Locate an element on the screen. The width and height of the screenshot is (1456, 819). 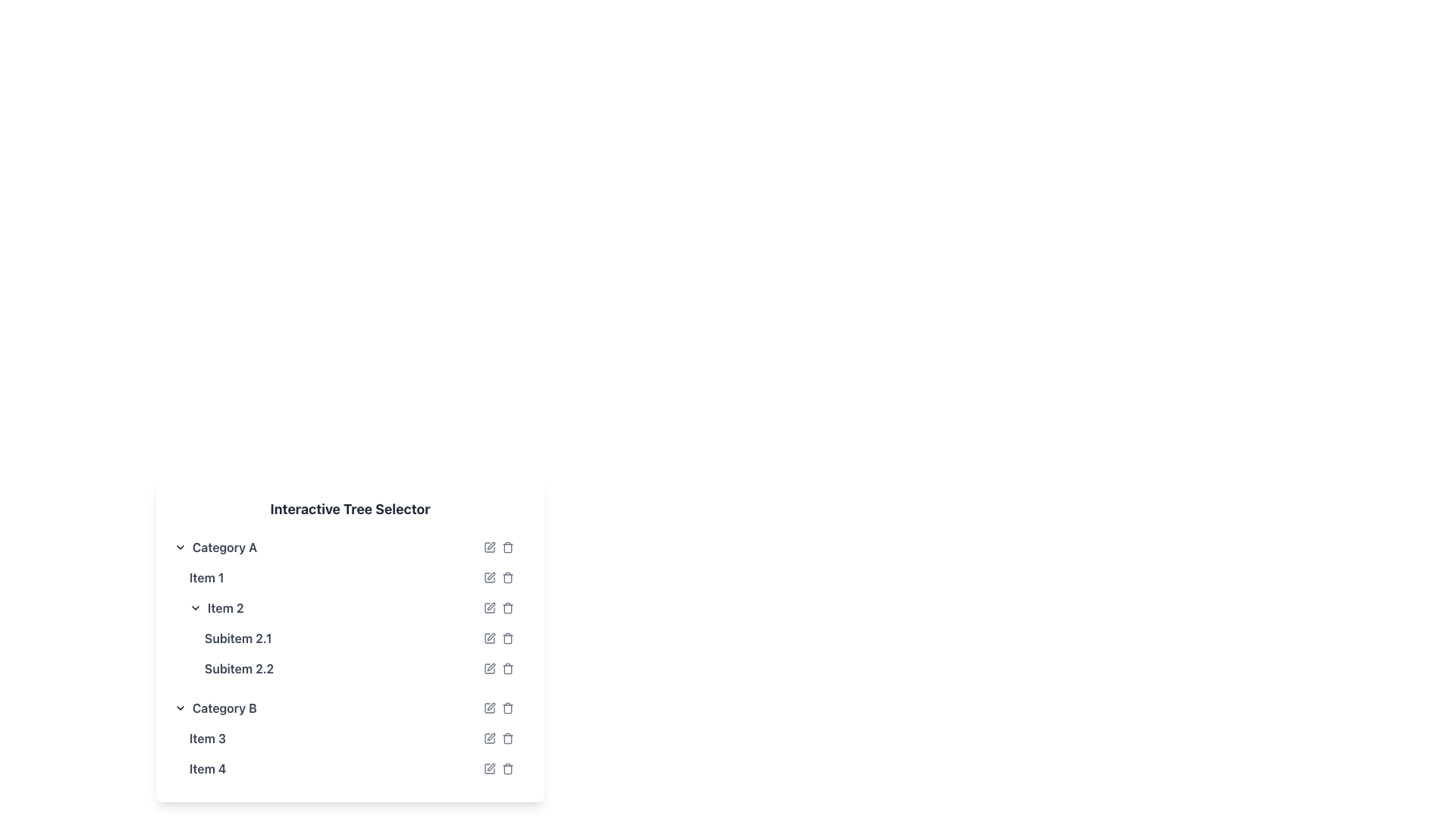
the first subitem under 'Item 2' in the 'Interactive Tree Selector' menu, which serves as a label for a specific subcategory is located at coordinates (237, 638).